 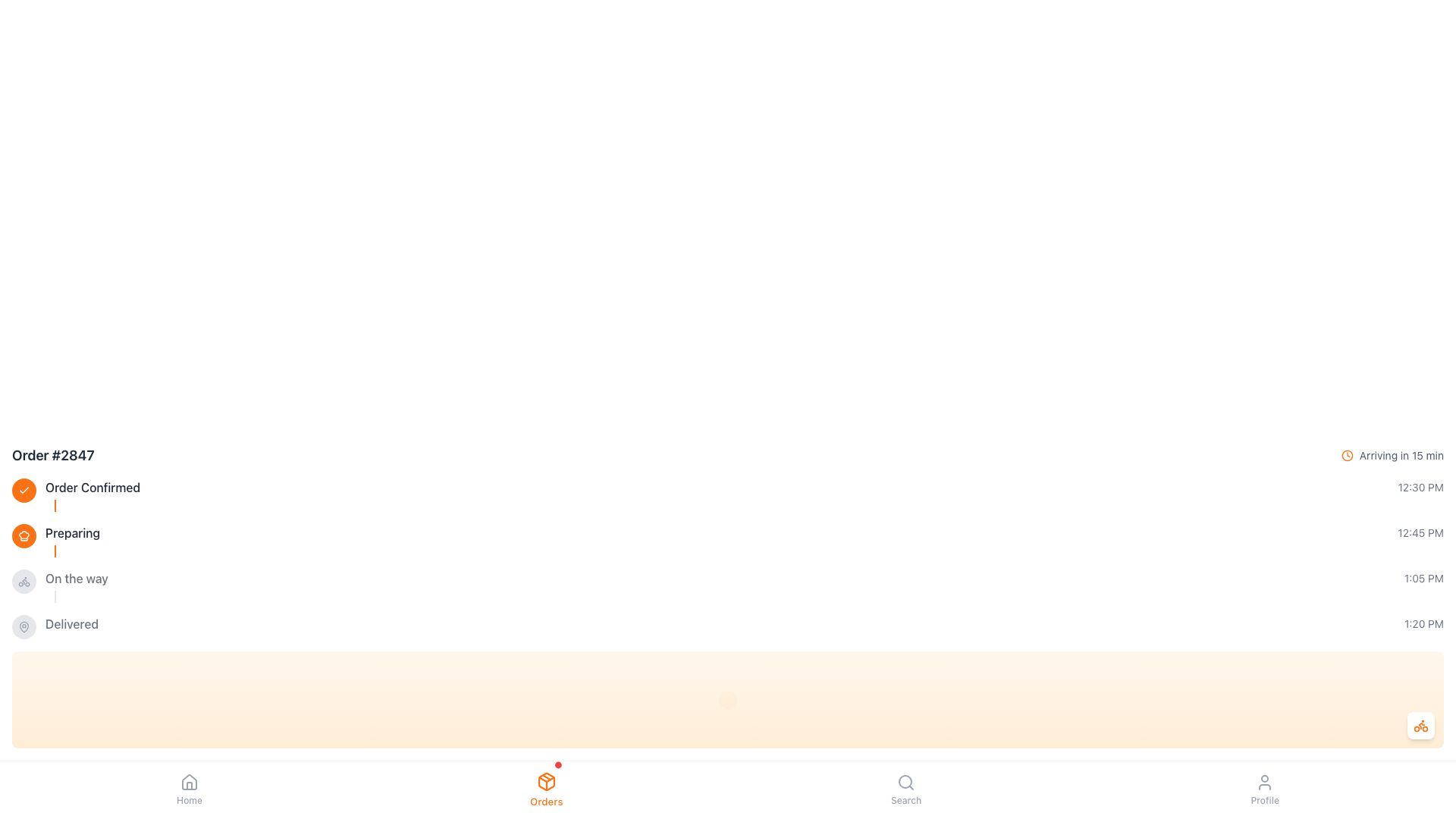 I want to click on the Notification badge or status marker located slightly above the 'Orders' section icon in the bottom navigation bar, so click(x=557, y=765).